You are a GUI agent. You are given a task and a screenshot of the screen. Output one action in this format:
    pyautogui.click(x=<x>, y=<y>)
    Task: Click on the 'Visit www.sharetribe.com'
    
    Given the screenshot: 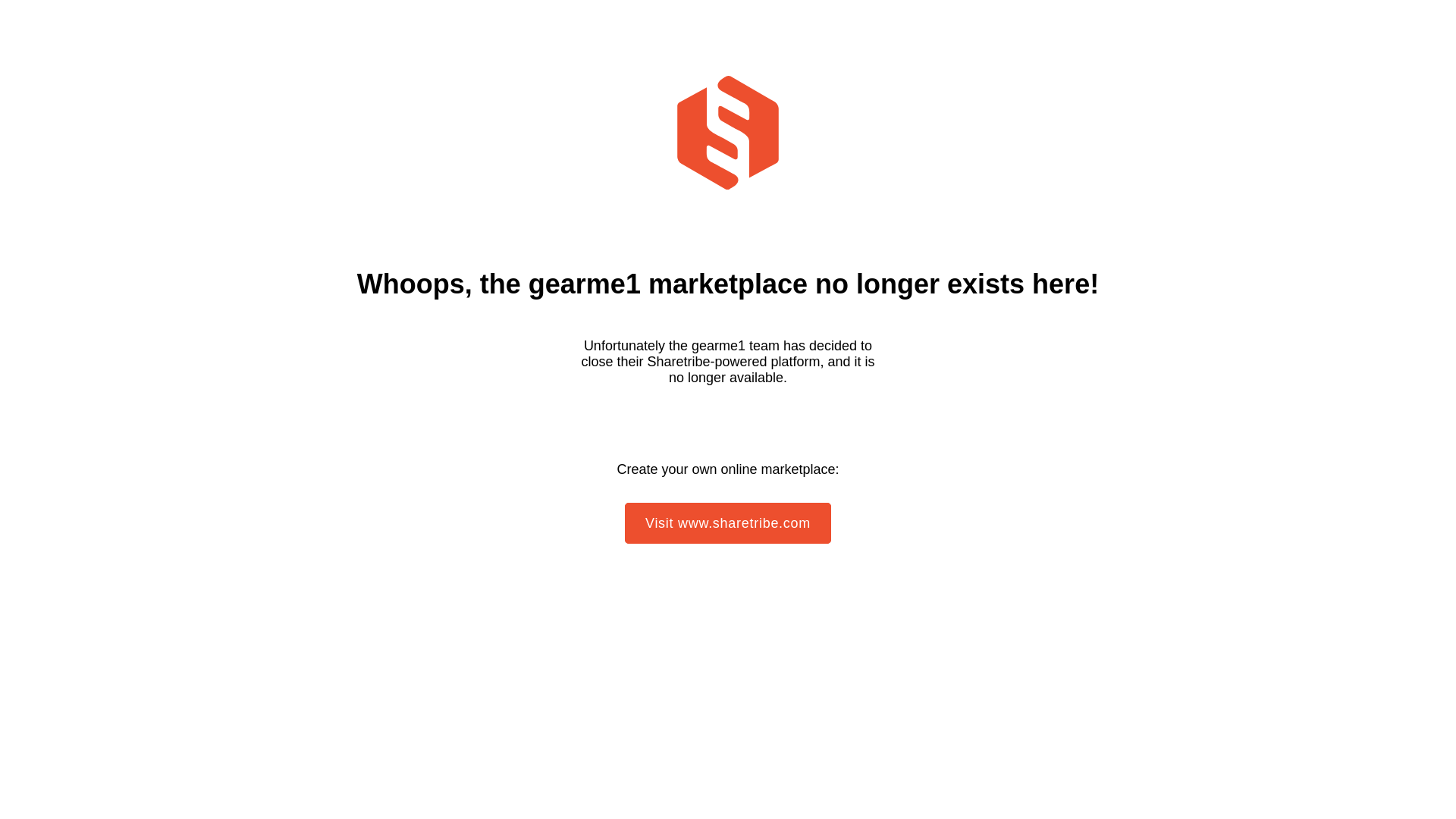 What is the action you would take?
    pyautogui.click(x=728, y=522)
    